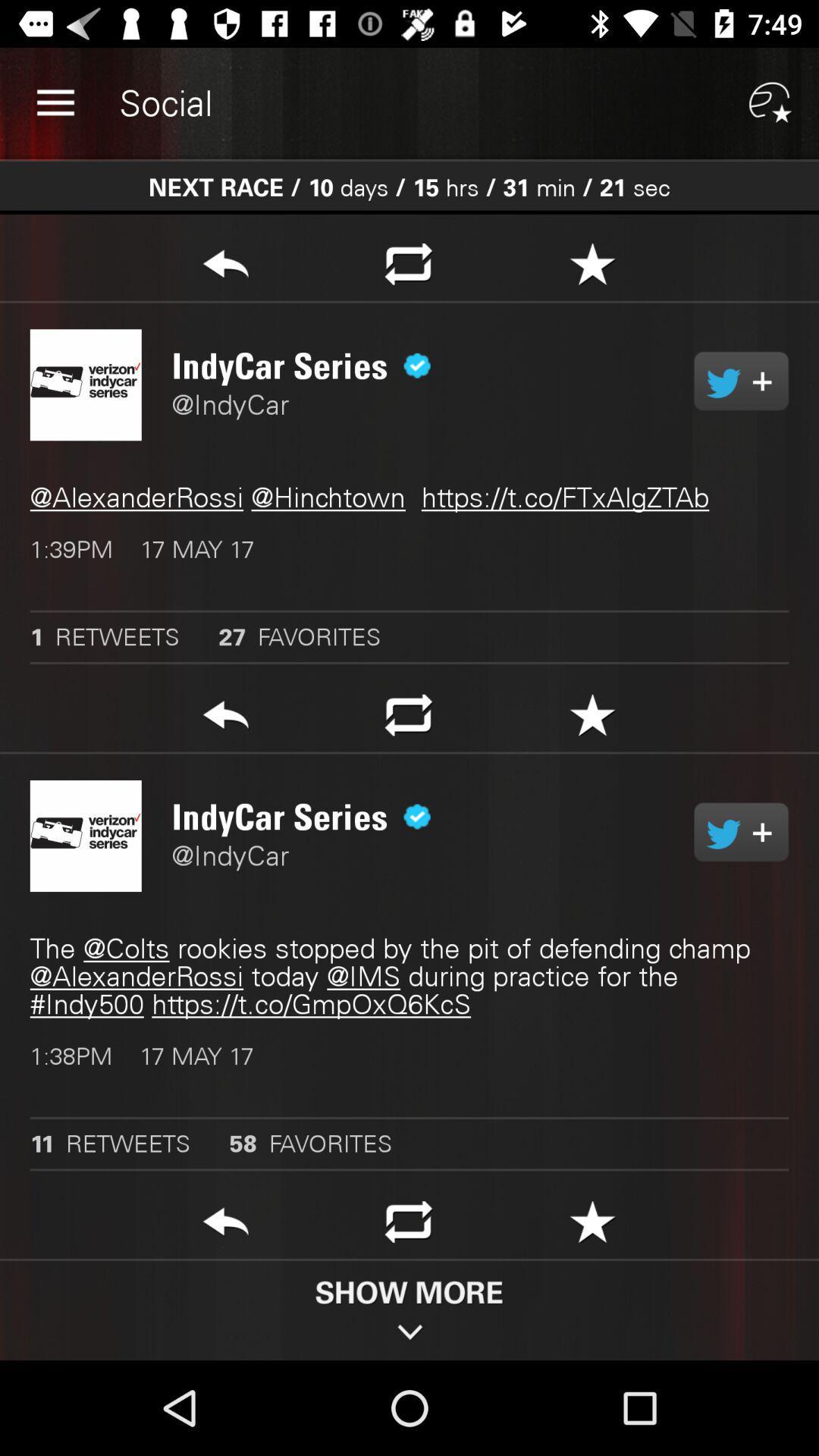 The image size is (819, 1456). I want to click on retweet the tweet, so click(408, 1226).